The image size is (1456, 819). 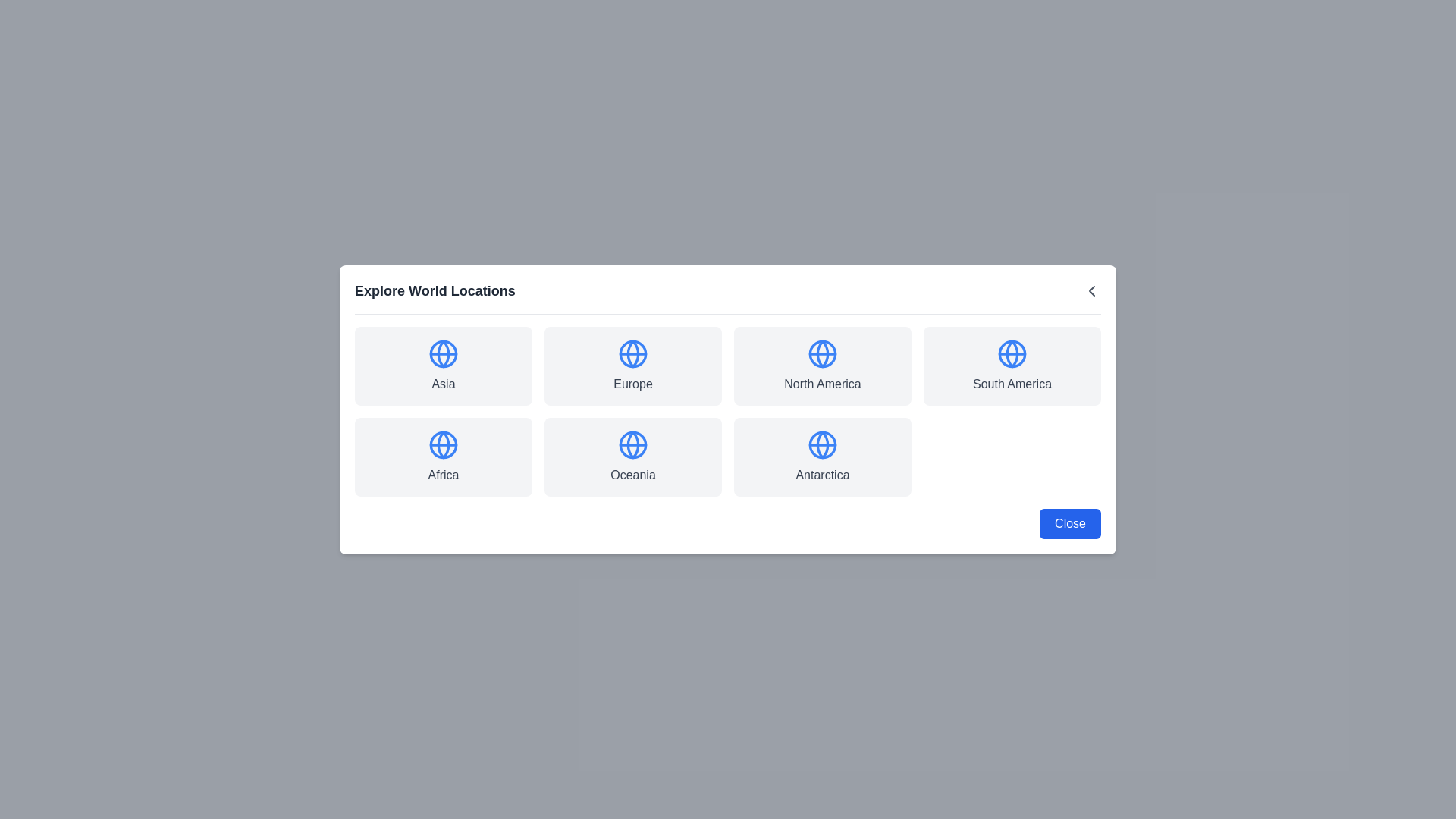 I want to click on the location Oceania to select it, so click(x=633, y=456).